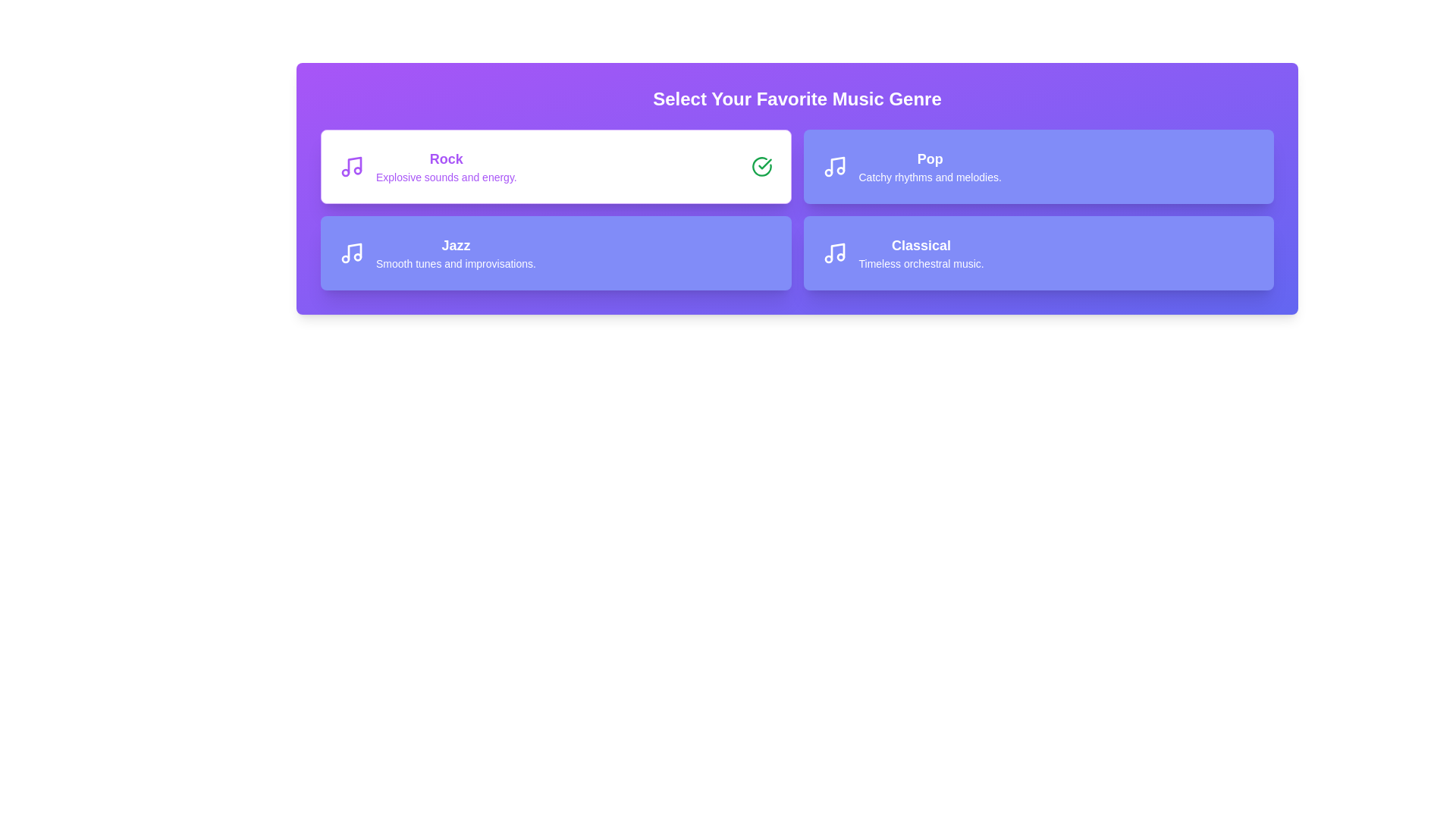  I want to click on the purple musical note SVG icon located on the left side of the card labeled 'Rock' in the top-left quadrant of the card grid, so click(351, 166).